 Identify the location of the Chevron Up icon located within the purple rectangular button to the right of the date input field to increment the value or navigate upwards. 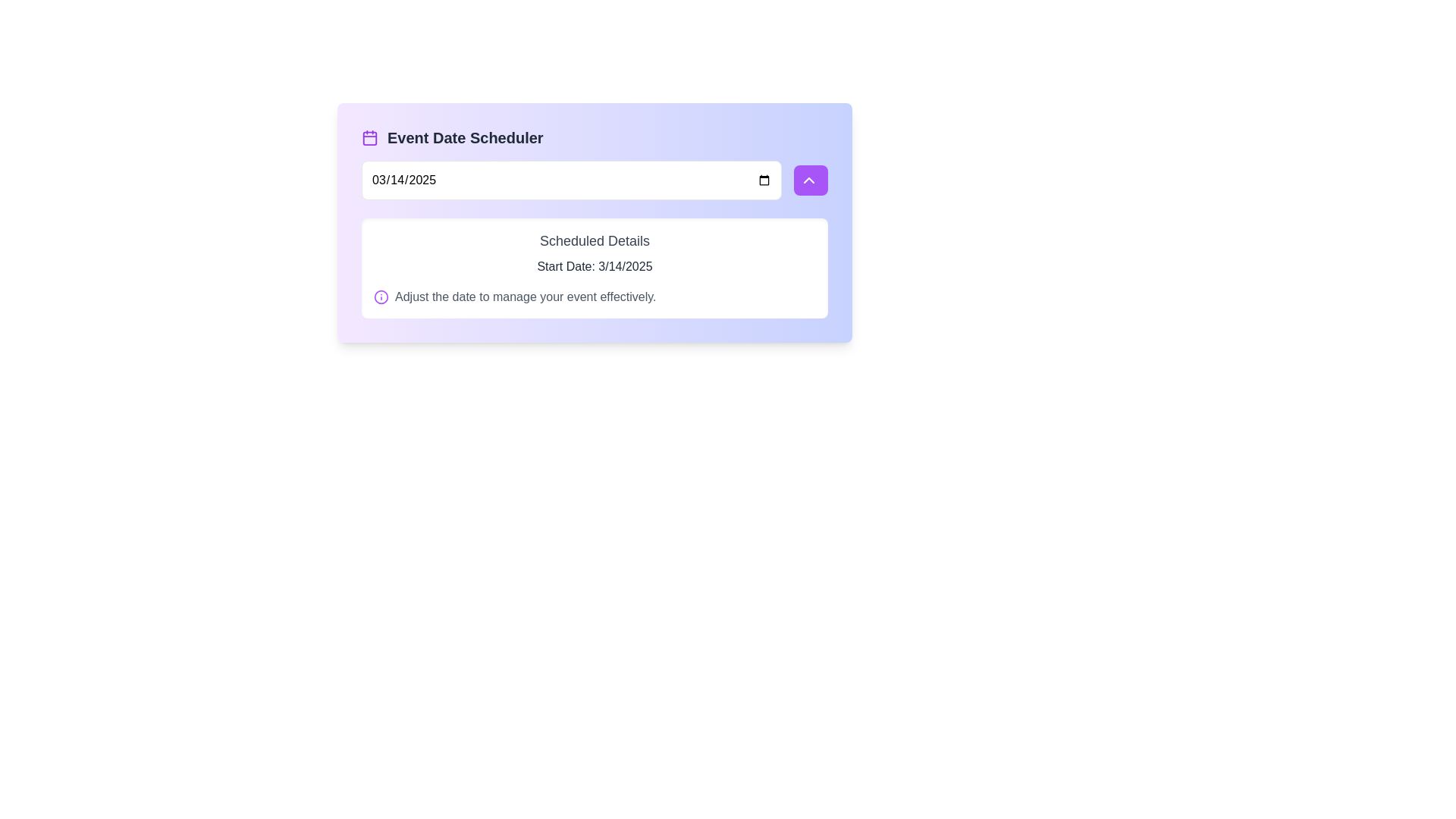
(808, 180).